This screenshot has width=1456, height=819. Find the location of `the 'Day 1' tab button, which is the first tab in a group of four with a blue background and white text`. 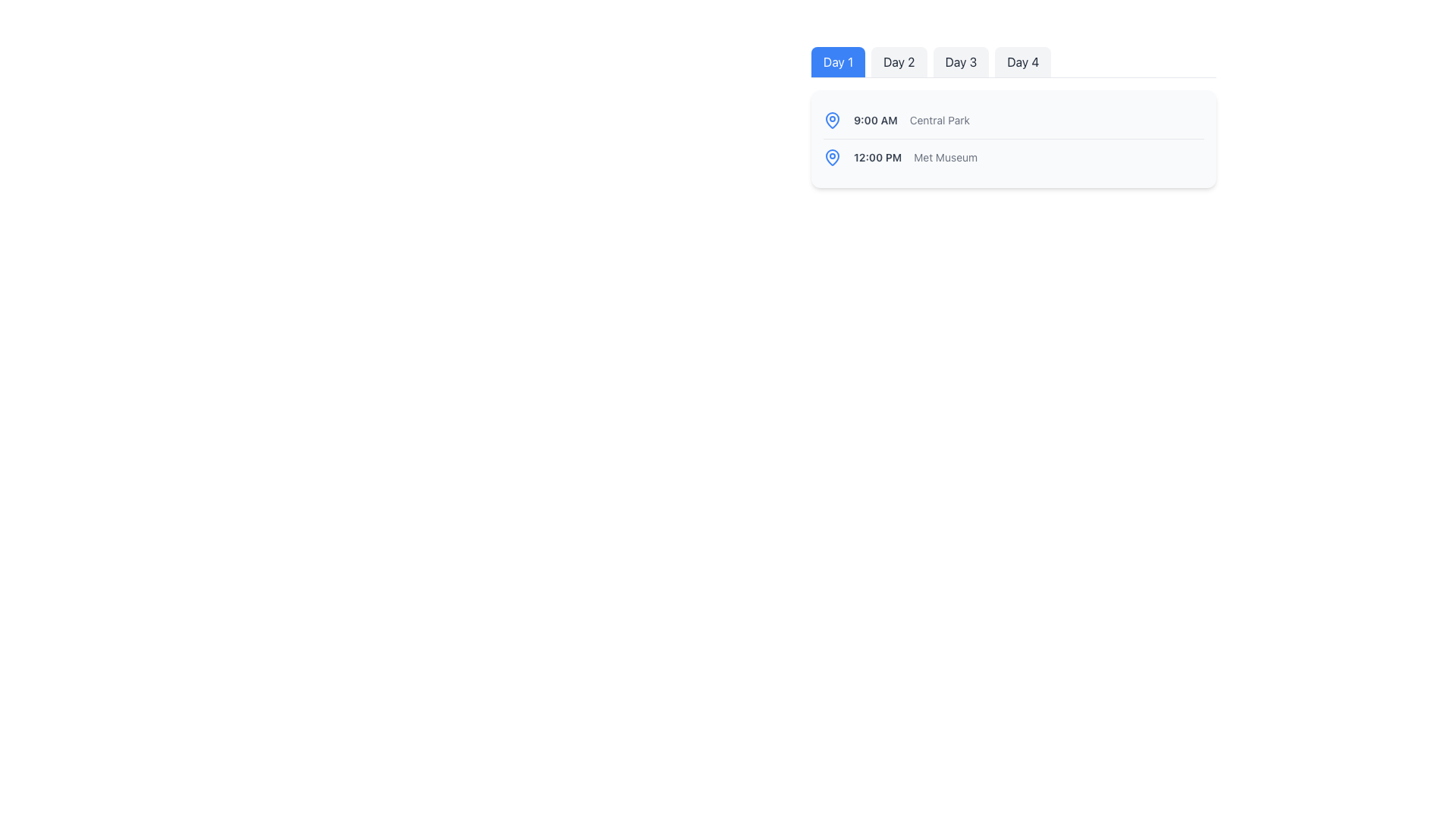

the 'Day 1' tab button, which is the first tab in a group of four with a blue background and white text is located at coordinates (837, 61).